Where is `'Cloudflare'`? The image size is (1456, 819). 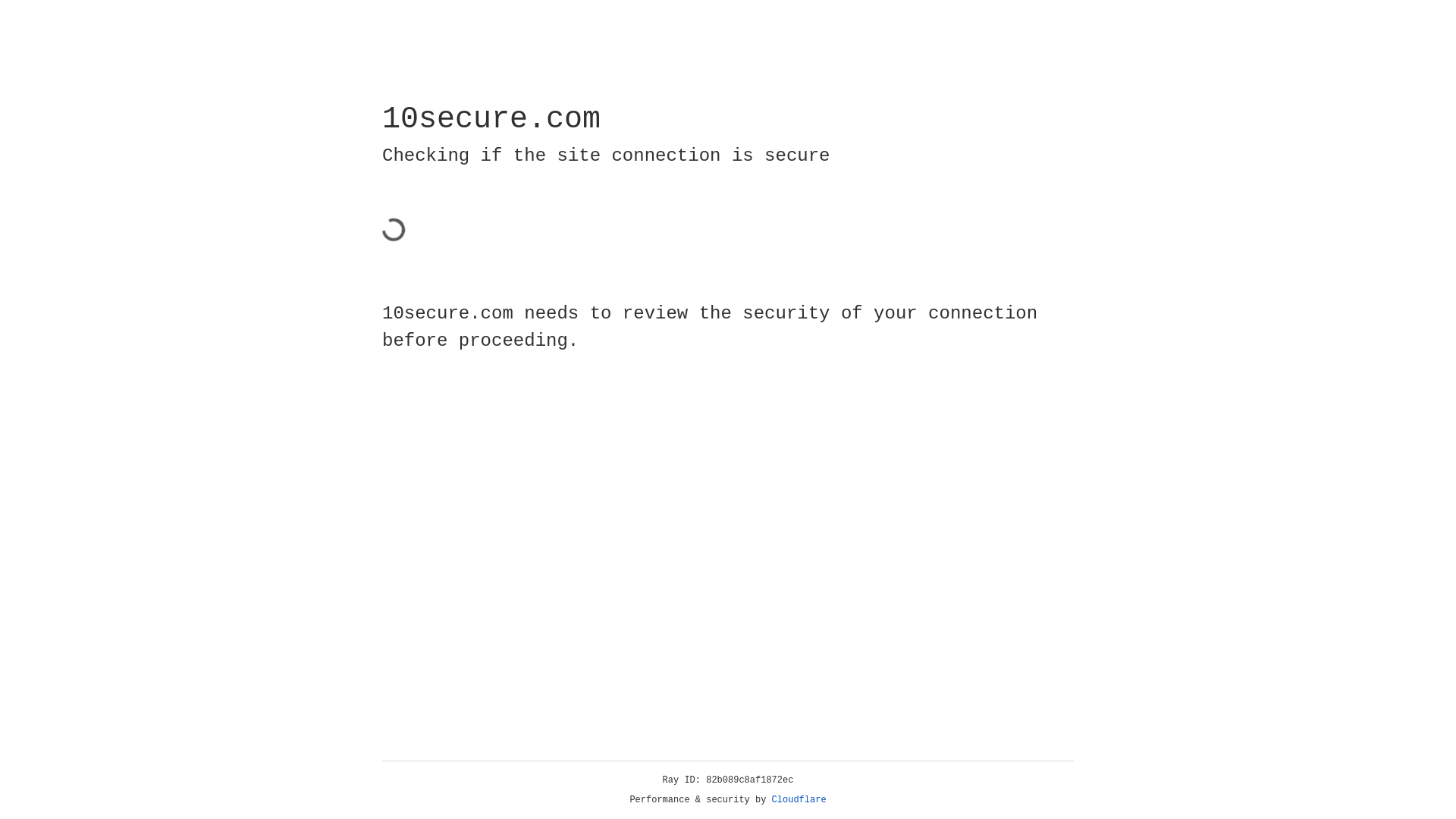
'Cloudflare' is located at coordinates (799, 799).